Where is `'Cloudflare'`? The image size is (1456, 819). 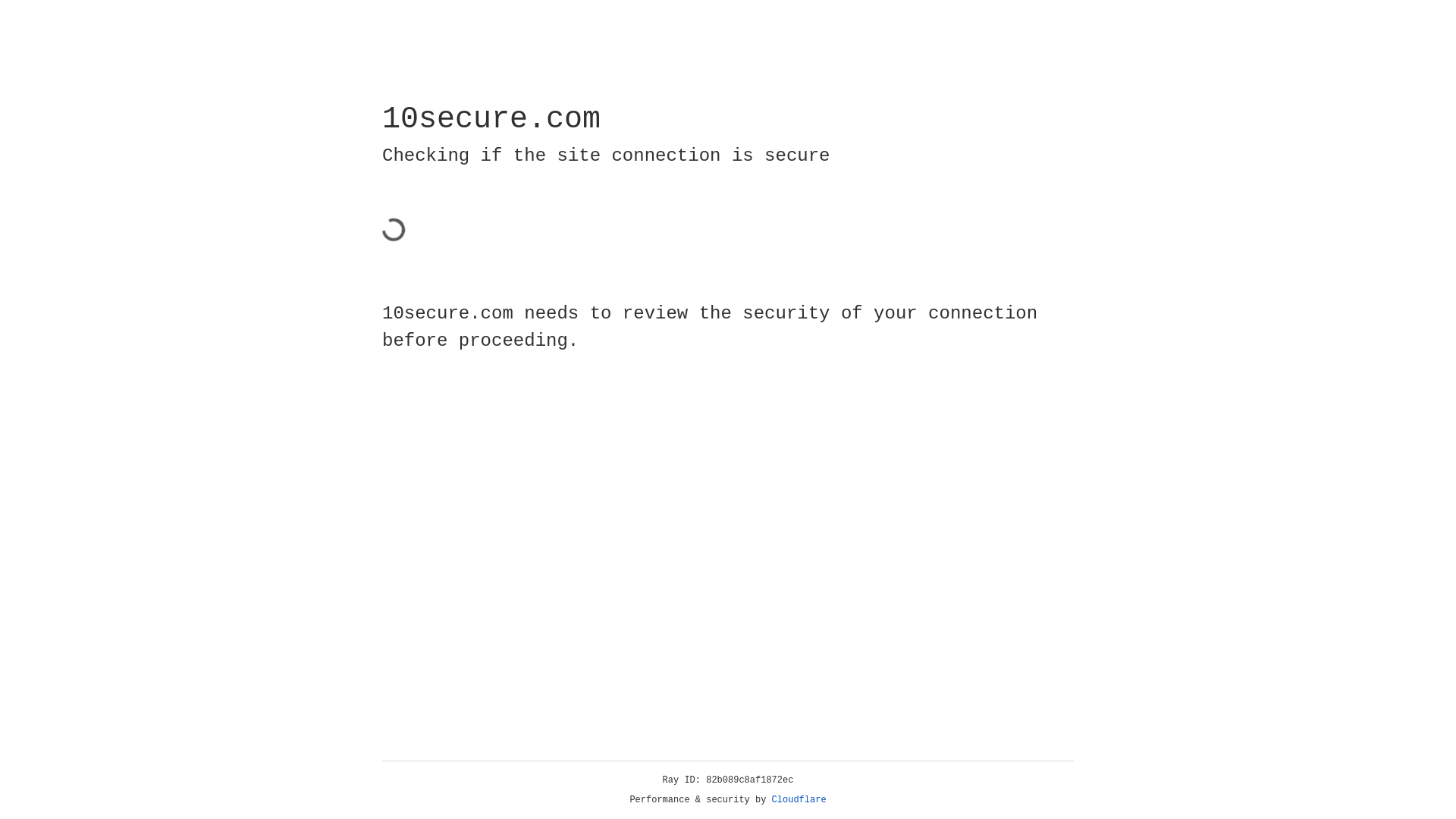
'Cloudflare' is located at coordinates (799, 799).